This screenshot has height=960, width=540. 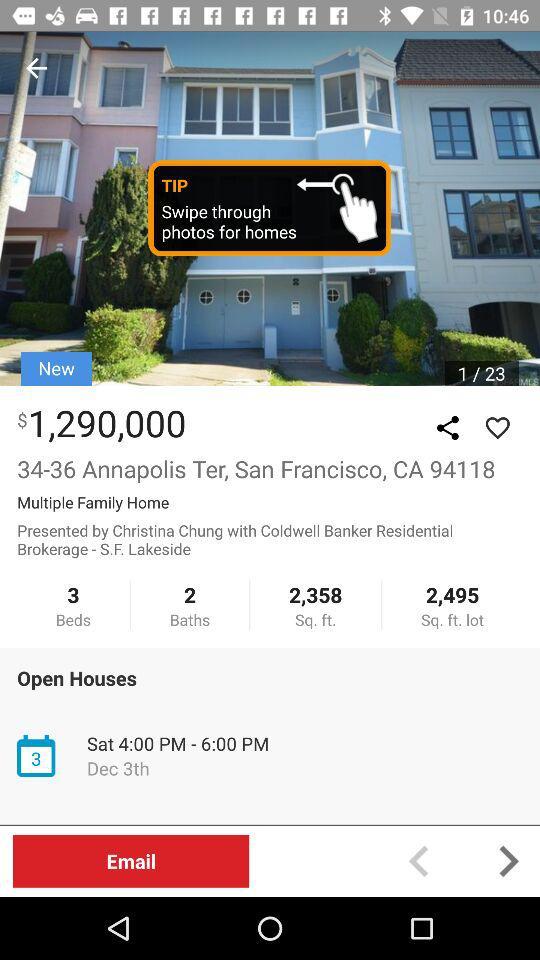 I want to click on the favorite icon, so click(x=496, y=428).